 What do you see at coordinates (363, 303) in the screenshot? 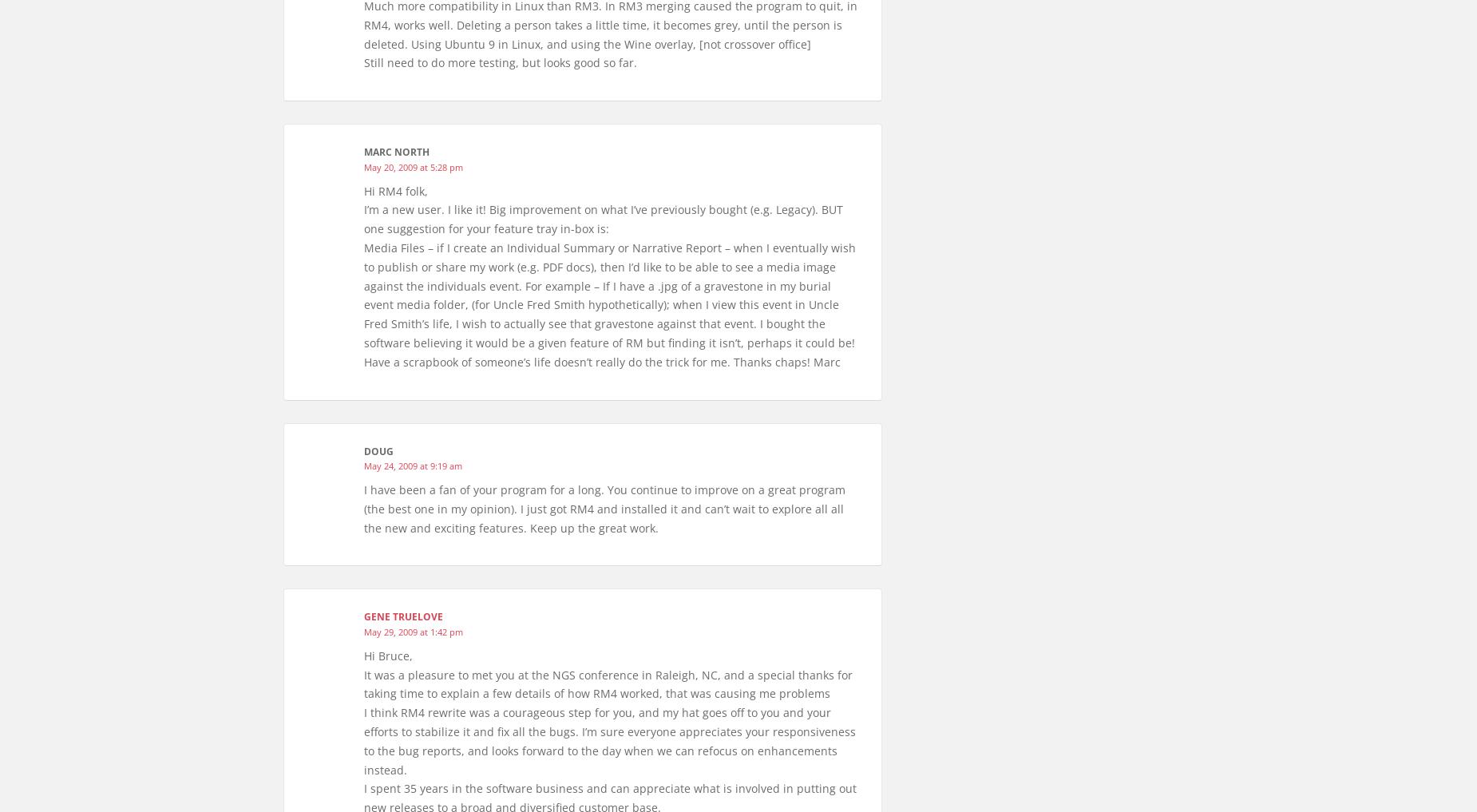
I see `'Media Files – if I create an Individual Summary or Narrative Report – when I eventually wish to publish or share my work (e.g. PDF docs), then I’d like to be able to see a media image against the individuals event. For example – If I have a .jpg of a gravestone in my burial event media folder, (for Uncle Fred Smith hypothetically); when I view this event in Uncle Fred Smith’s life, I wish to actually see that gravestone against that event. I bought the software believing it would be a given feature of RM but finding it isn’t, perhaps it could be! Have a scrapbook of someone’s life doesn’t really do the trick for me. Thanks chaps! Marc'` at bounding box center [363, 303].